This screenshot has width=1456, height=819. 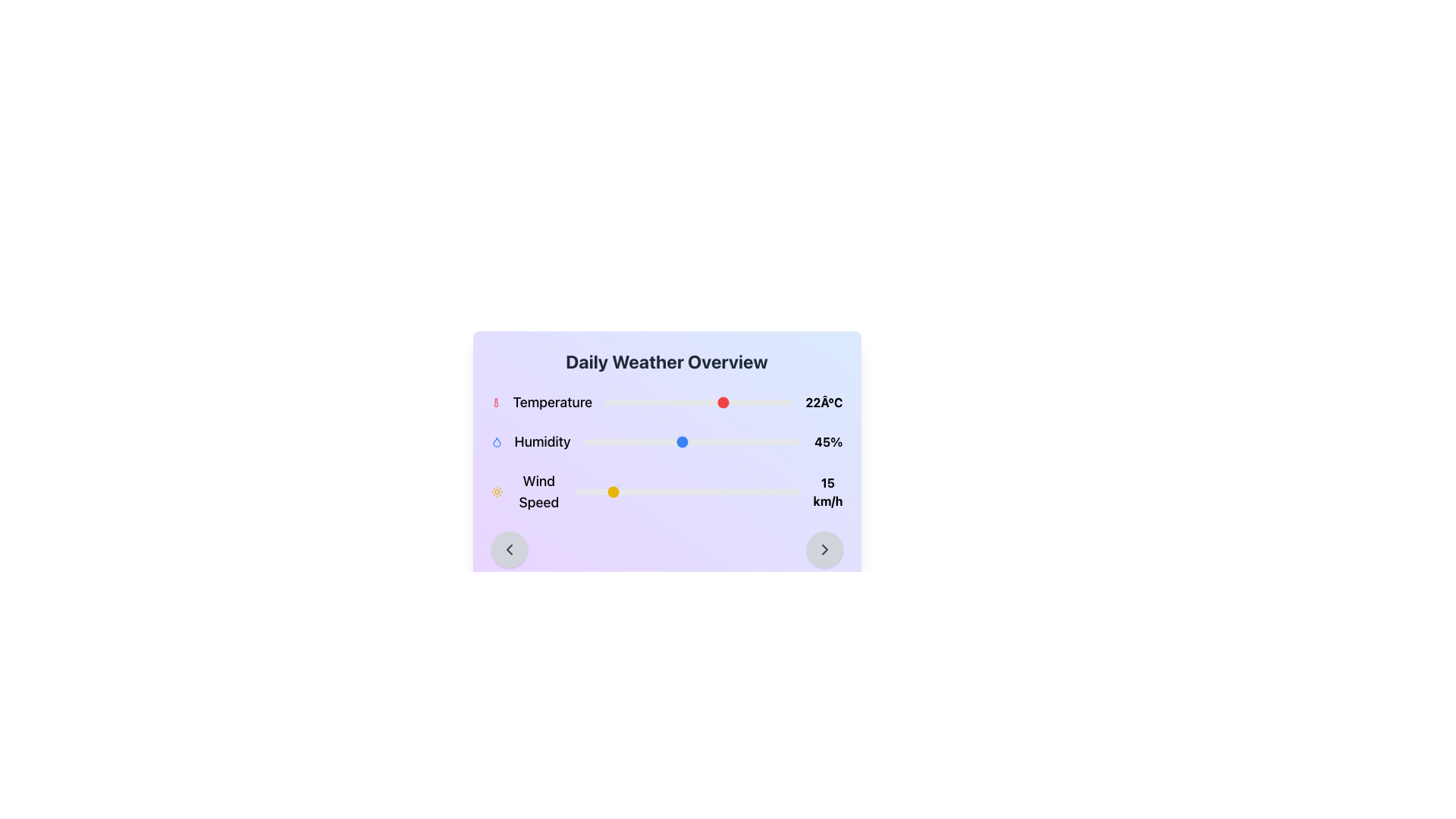 I want to click on the wind speed, so click(x=671, y=491).